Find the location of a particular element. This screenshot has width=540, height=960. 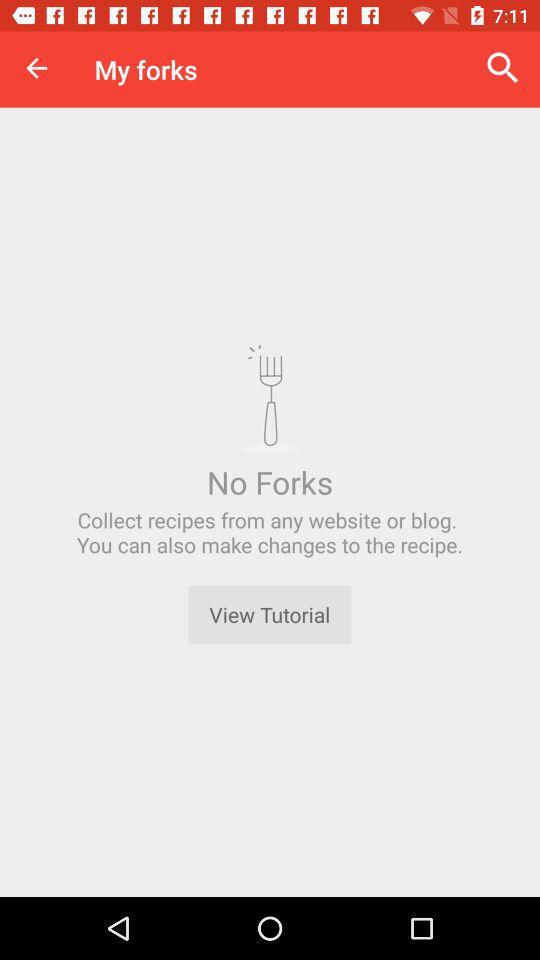

item next to my forks is located at coordinates (36, 68).